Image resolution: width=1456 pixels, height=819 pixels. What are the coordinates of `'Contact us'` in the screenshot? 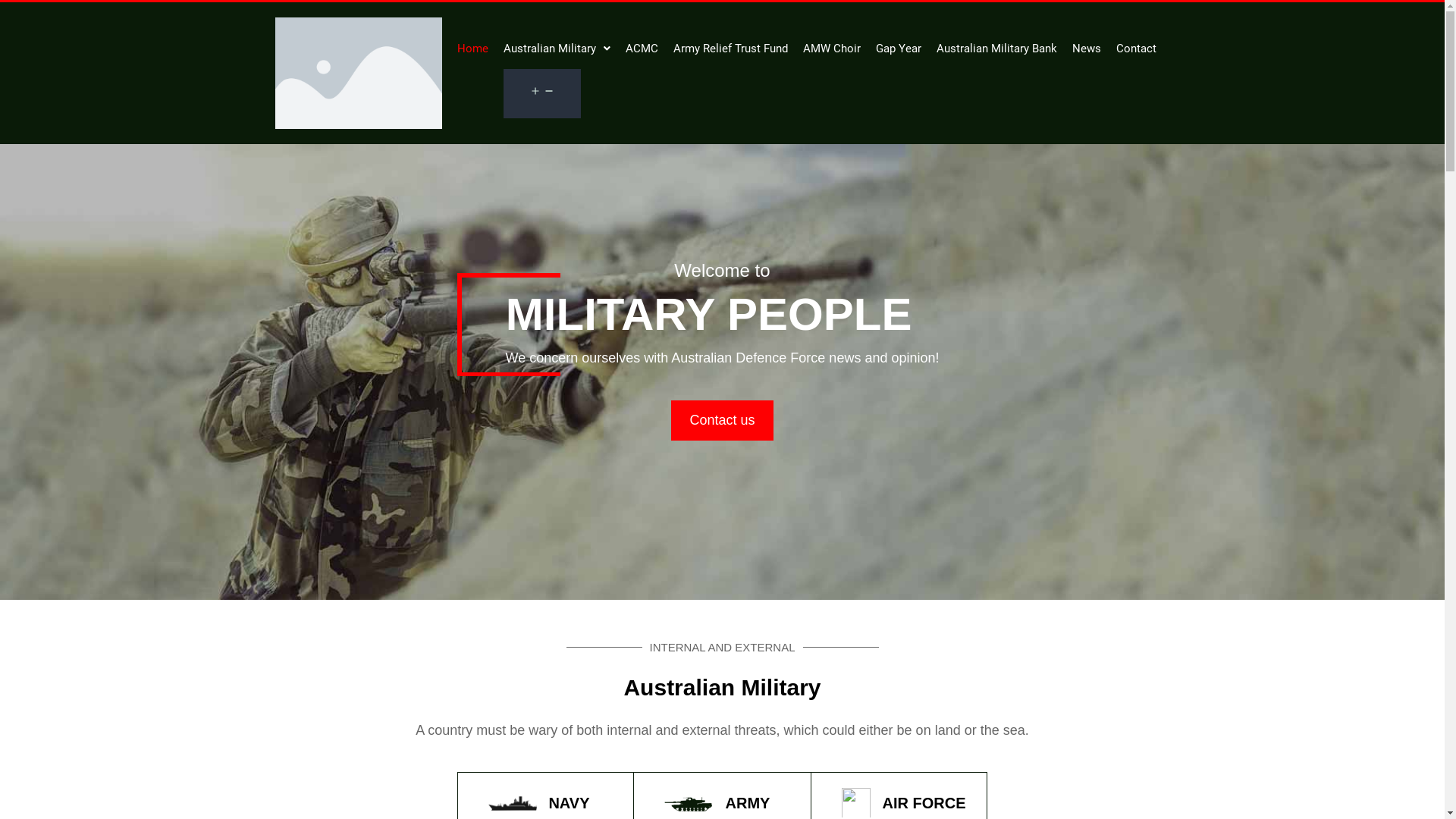 It's located at (670, 420).